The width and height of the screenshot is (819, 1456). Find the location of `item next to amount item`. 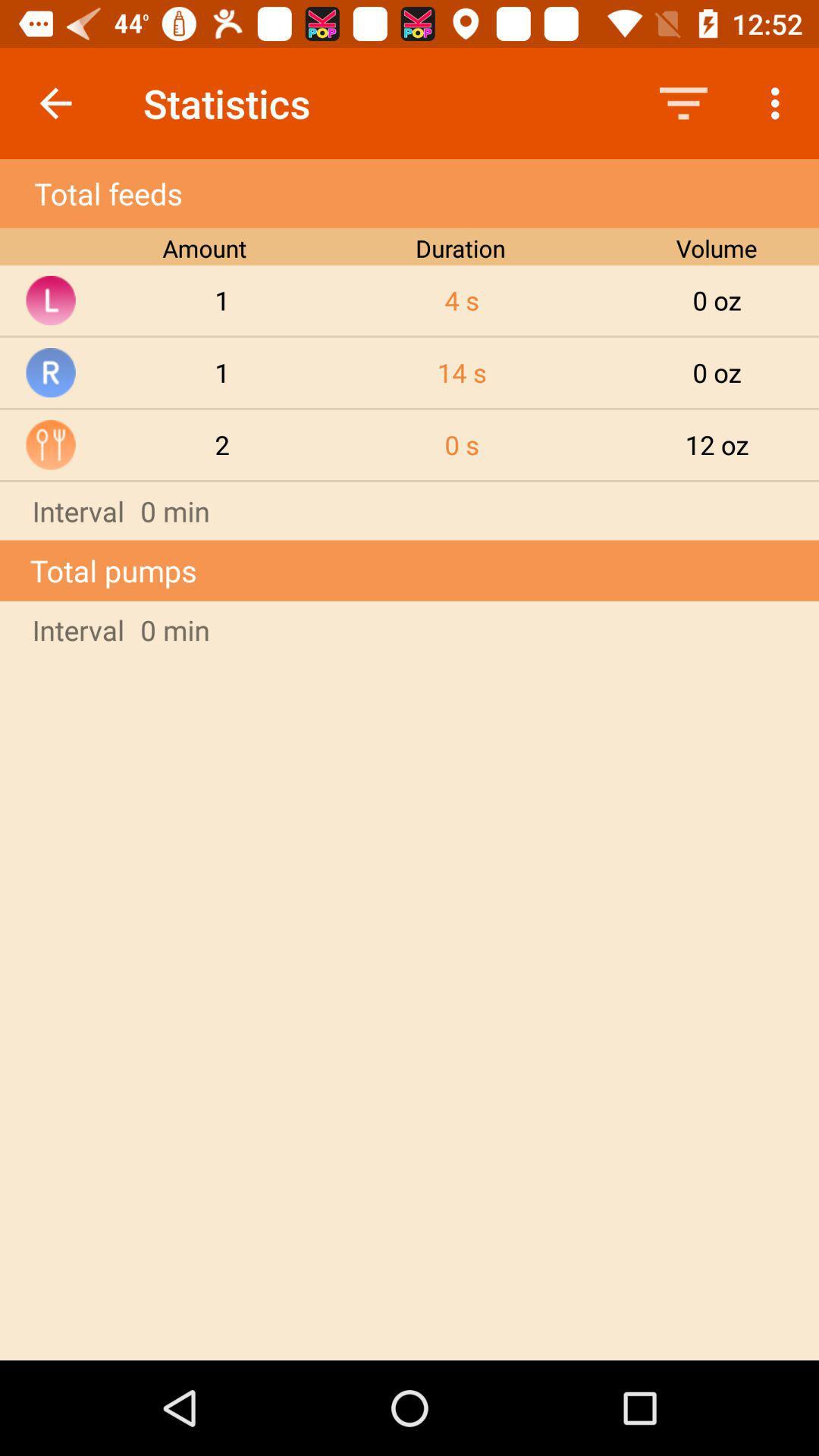

item next to amount item is located at coordinates (461, 300).